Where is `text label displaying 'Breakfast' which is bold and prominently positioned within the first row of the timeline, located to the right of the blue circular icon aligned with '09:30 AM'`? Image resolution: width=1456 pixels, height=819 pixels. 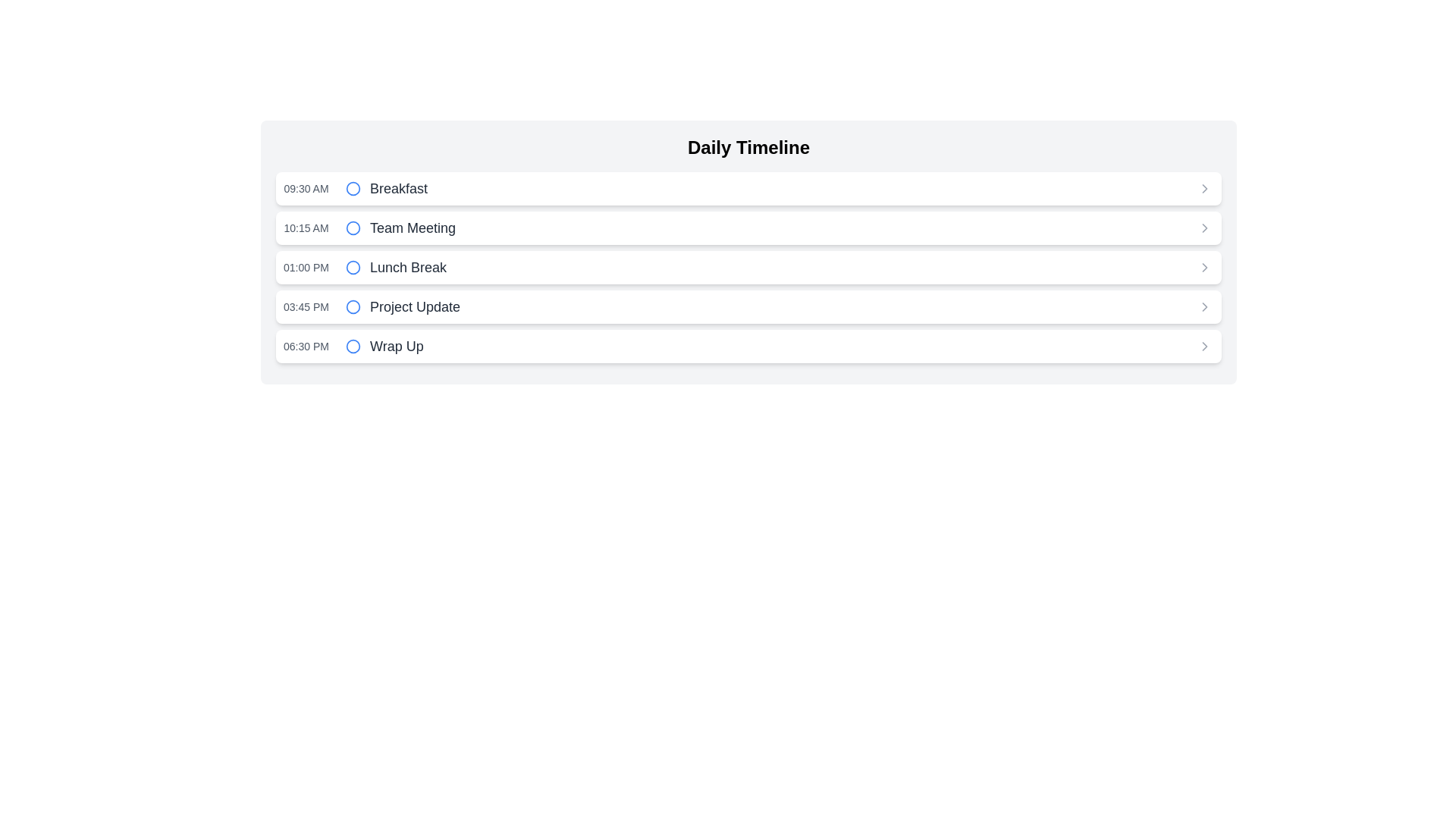
text label displaying 'Breakfast' which is bold and prominently positioned within the first row of the timeline, located to the right of the blue circular icon aligned with '09:30 AM' is located at coordinates (399, 188).